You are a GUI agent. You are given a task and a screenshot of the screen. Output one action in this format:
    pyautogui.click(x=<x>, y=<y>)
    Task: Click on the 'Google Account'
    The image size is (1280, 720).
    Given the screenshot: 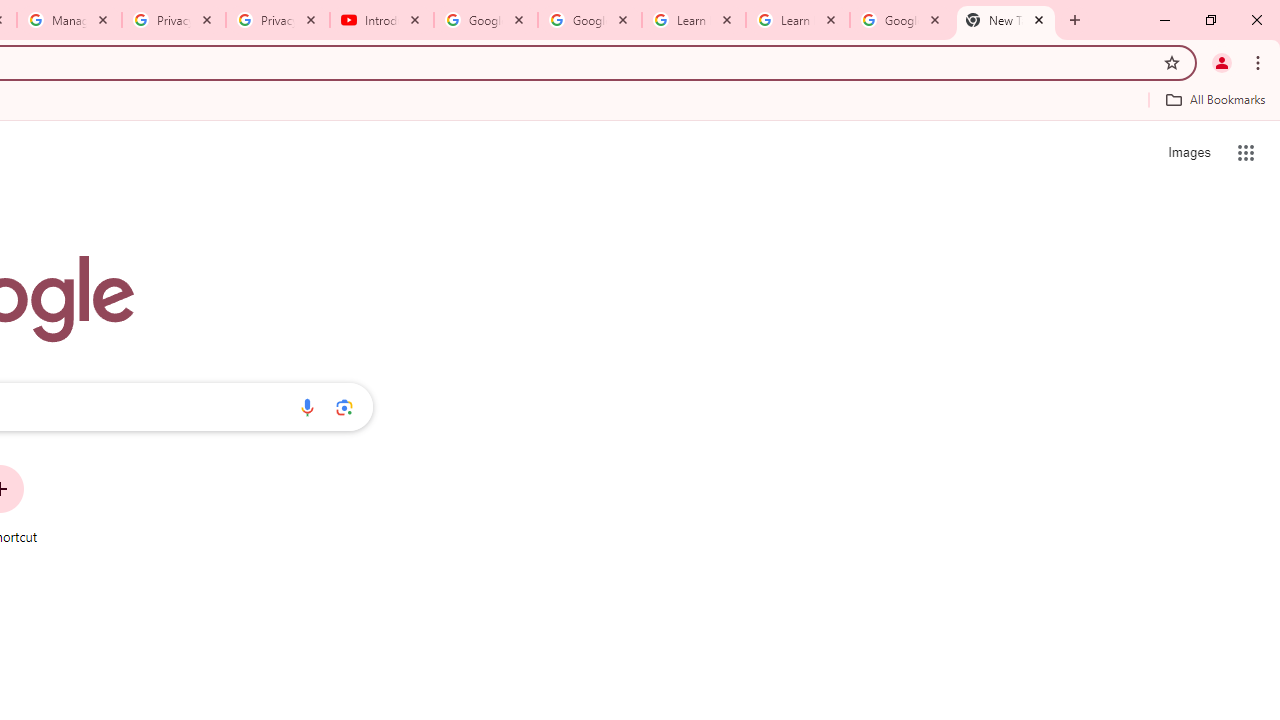 What is the action you would take?
    pyautogui.click(x=900, y=20)
    